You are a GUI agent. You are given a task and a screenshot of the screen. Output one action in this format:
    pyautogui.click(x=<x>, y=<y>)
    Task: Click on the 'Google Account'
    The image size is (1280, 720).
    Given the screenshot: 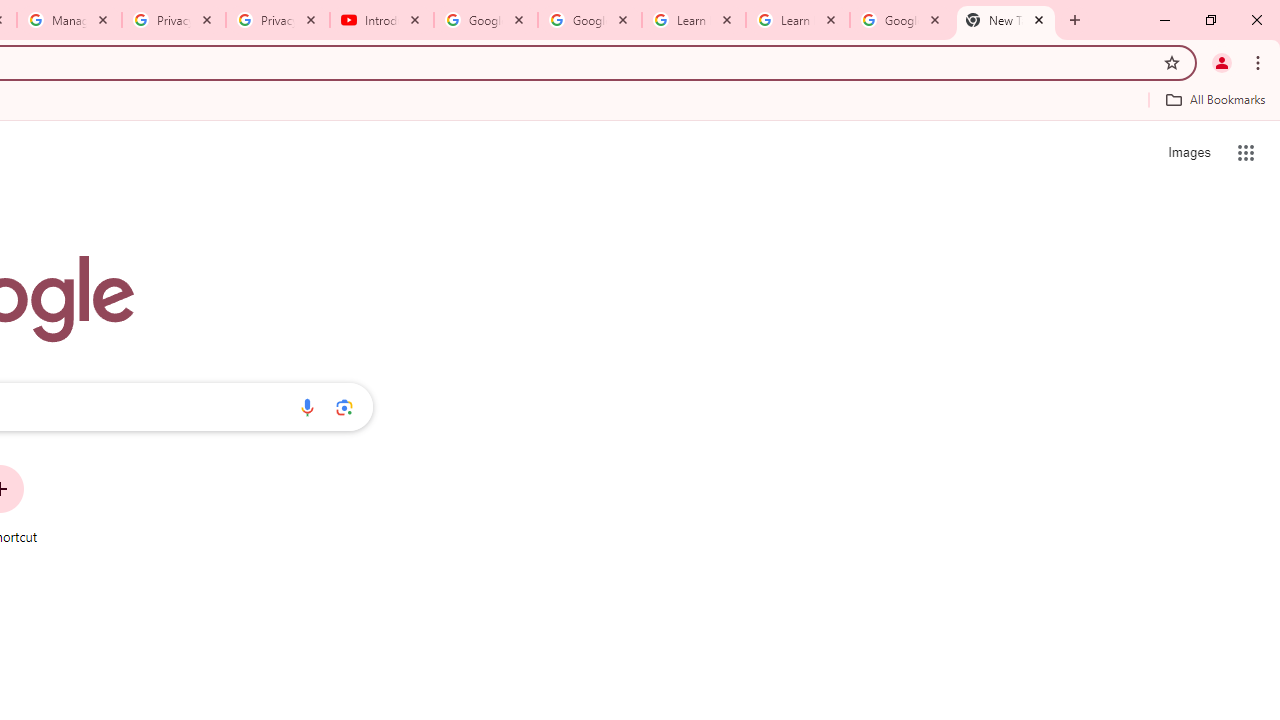 What is the action you would take?
    pyautogui.click(x=900, y=20)
    